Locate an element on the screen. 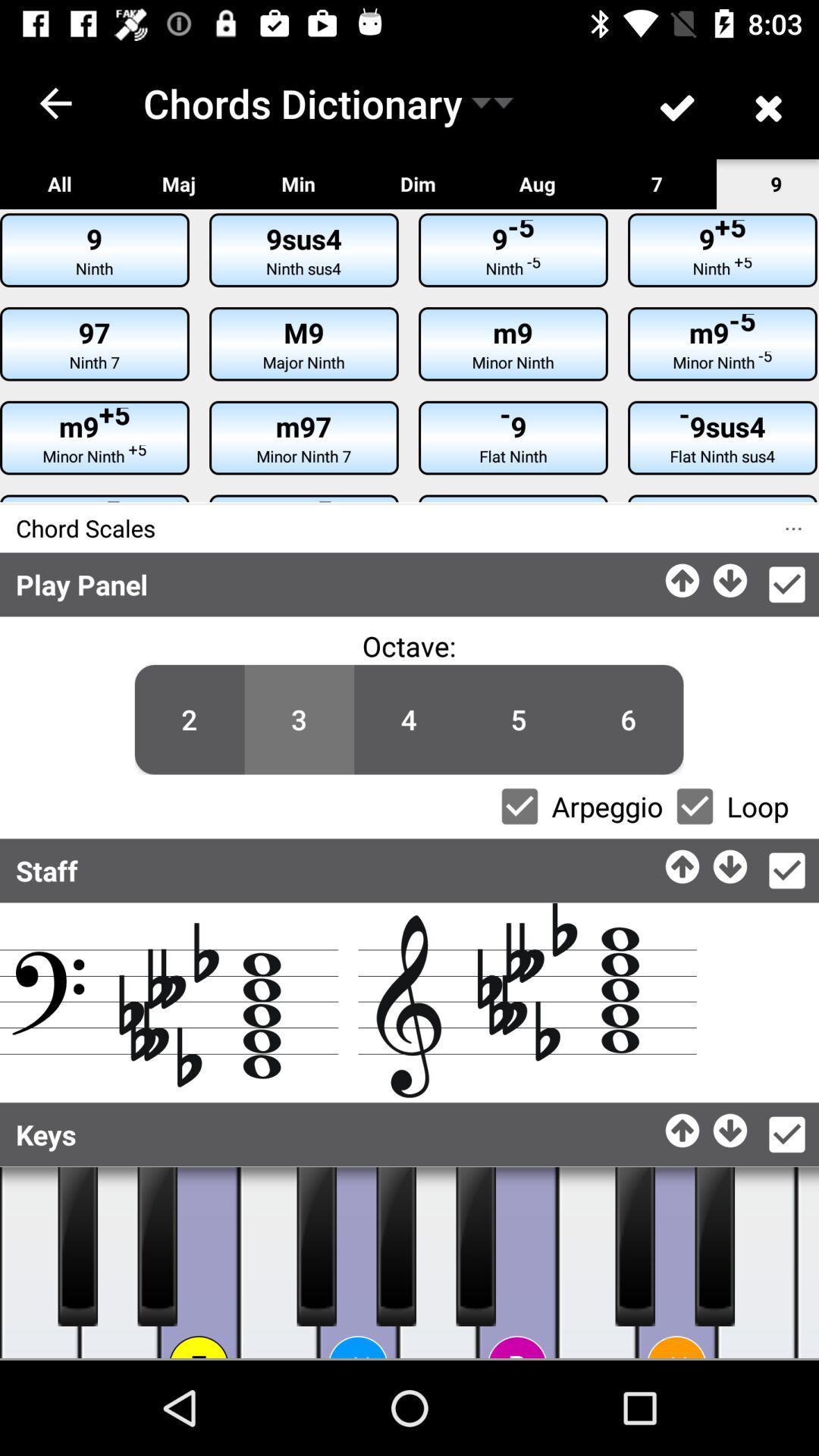 This screenshot has height=1456, width=819. plays a key on the virtual piano is located at coordinates (278, 1263).